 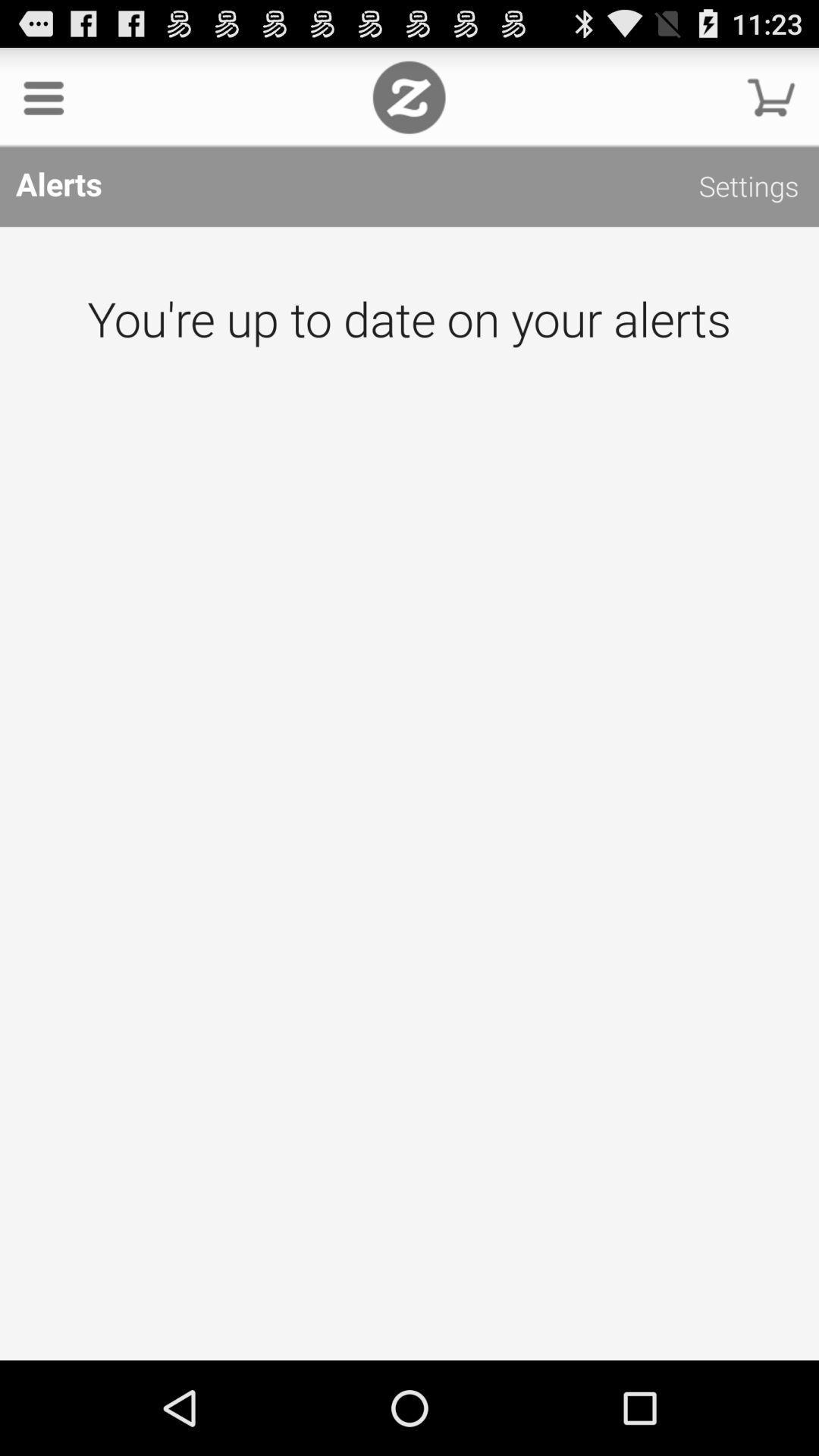 I want to click on the menu icon, so click(x=42, y=103).